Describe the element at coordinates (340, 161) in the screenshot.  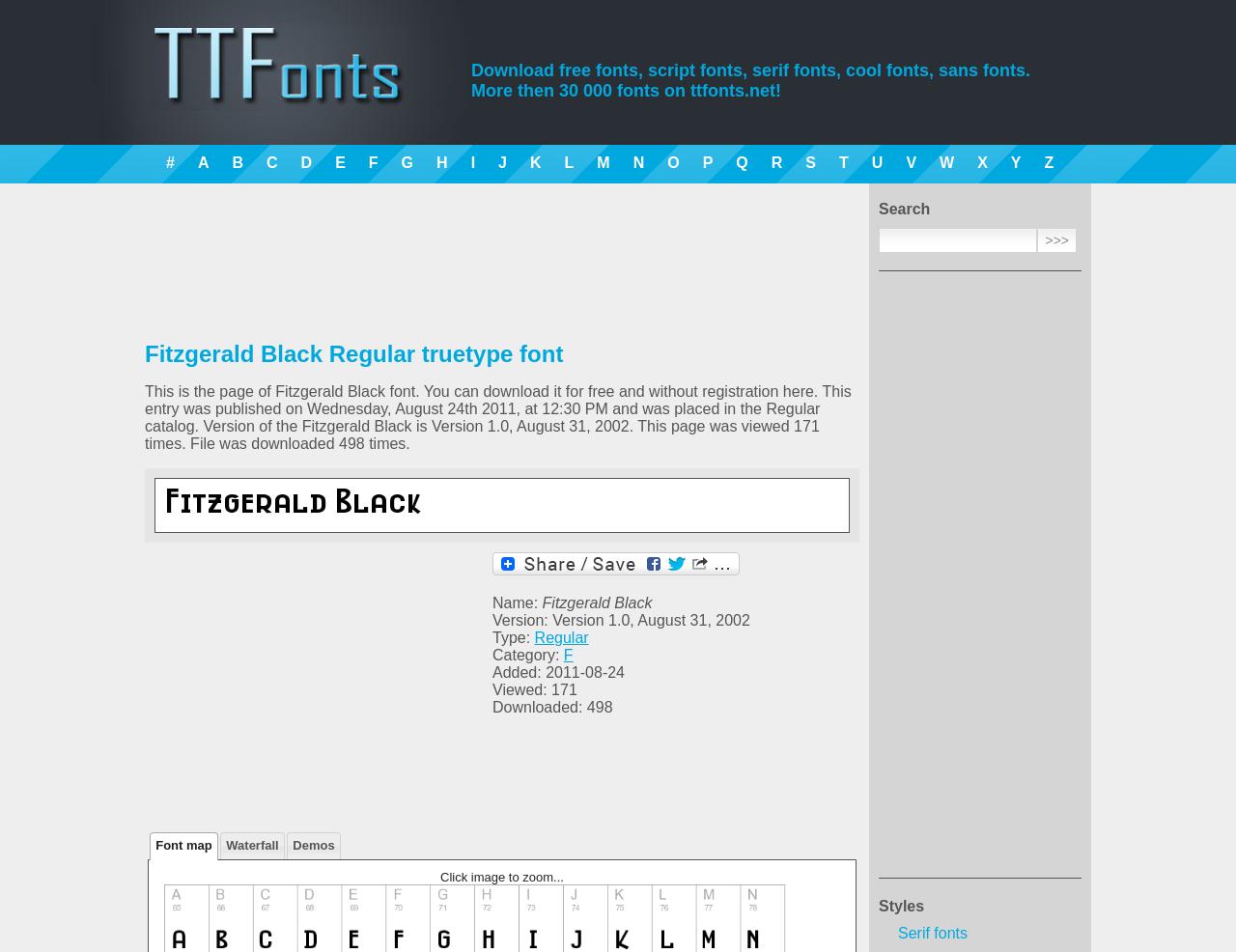
I see `'E'` at that location.